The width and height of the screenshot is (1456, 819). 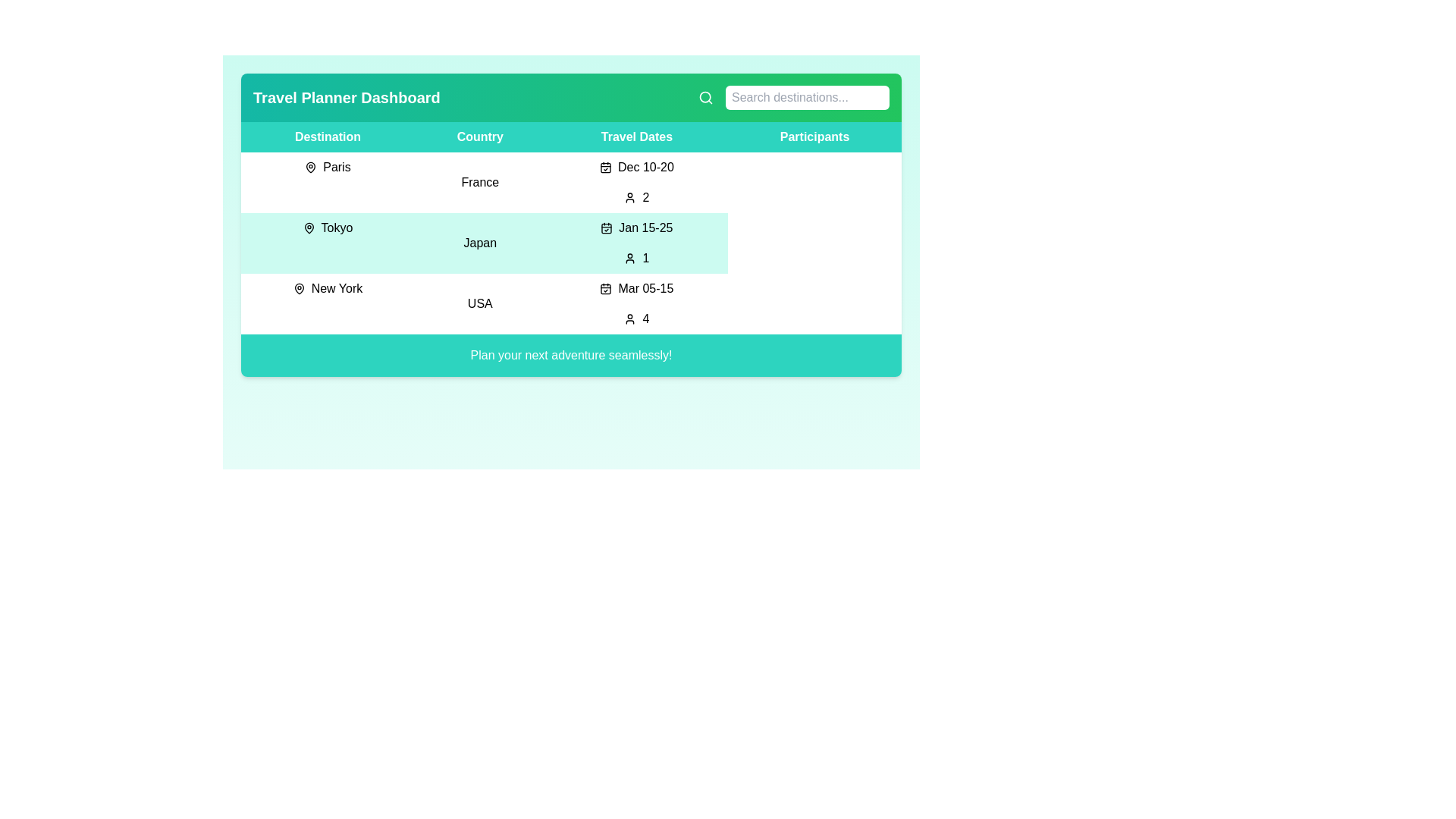 I want to click on the calendar icon element that indicates scheduled travel dates for 'Tokyo, Japan', so click(x=607, y=228).